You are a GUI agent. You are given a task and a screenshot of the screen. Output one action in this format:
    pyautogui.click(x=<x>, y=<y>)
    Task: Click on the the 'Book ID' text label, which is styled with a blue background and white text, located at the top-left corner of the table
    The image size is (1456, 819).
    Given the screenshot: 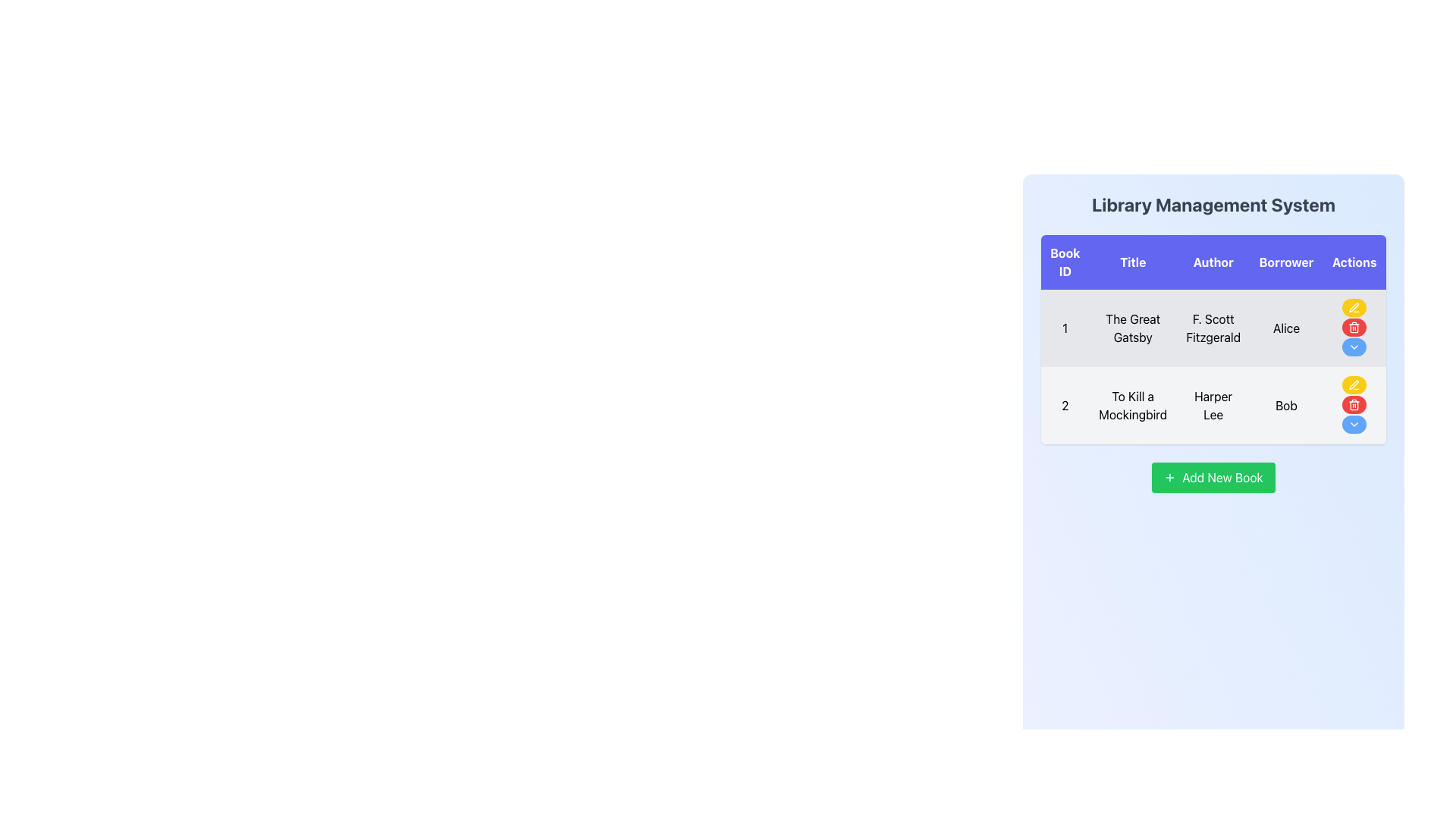 What is the action you would take?
    pyautogui.click(x=1064, y=262)
    